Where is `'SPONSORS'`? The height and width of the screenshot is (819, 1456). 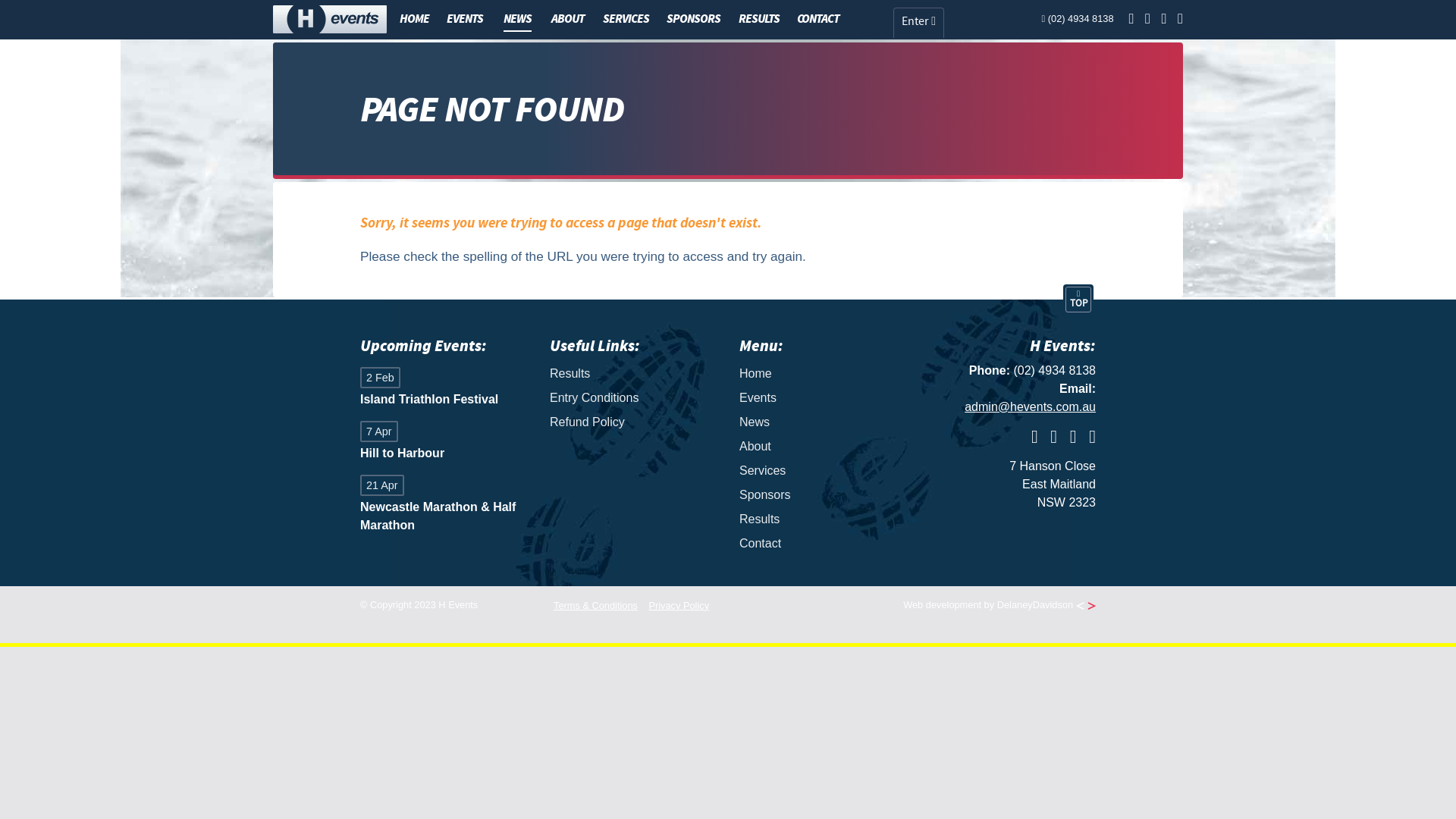
'SPONSORS' is located at coordinates (692, 18).